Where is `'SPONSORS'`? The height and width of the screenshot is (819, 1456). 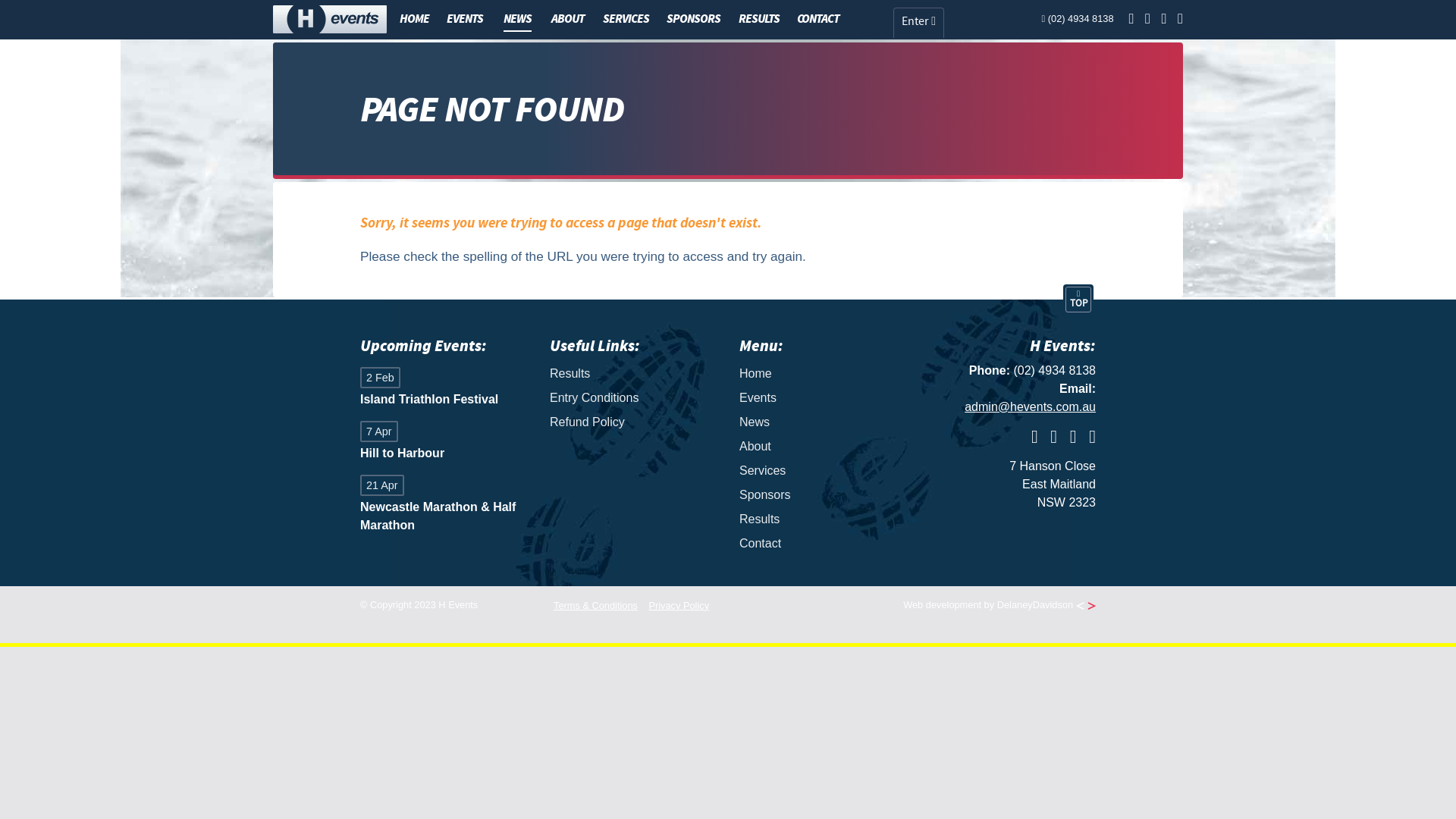
'SPONSORS' is located at coordinates (692, 18).